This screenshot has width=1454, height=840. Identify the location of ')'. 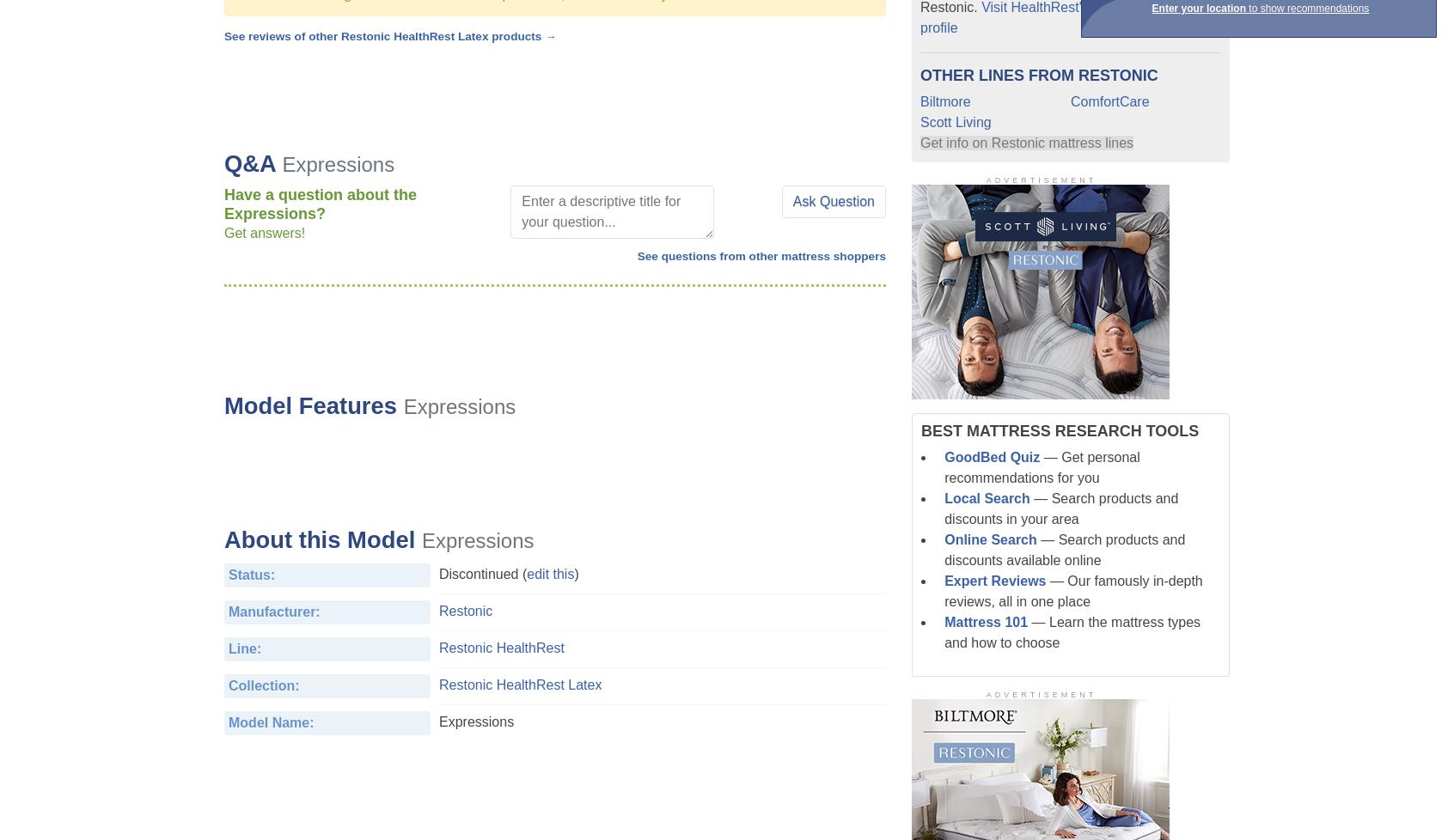
(574, 573).